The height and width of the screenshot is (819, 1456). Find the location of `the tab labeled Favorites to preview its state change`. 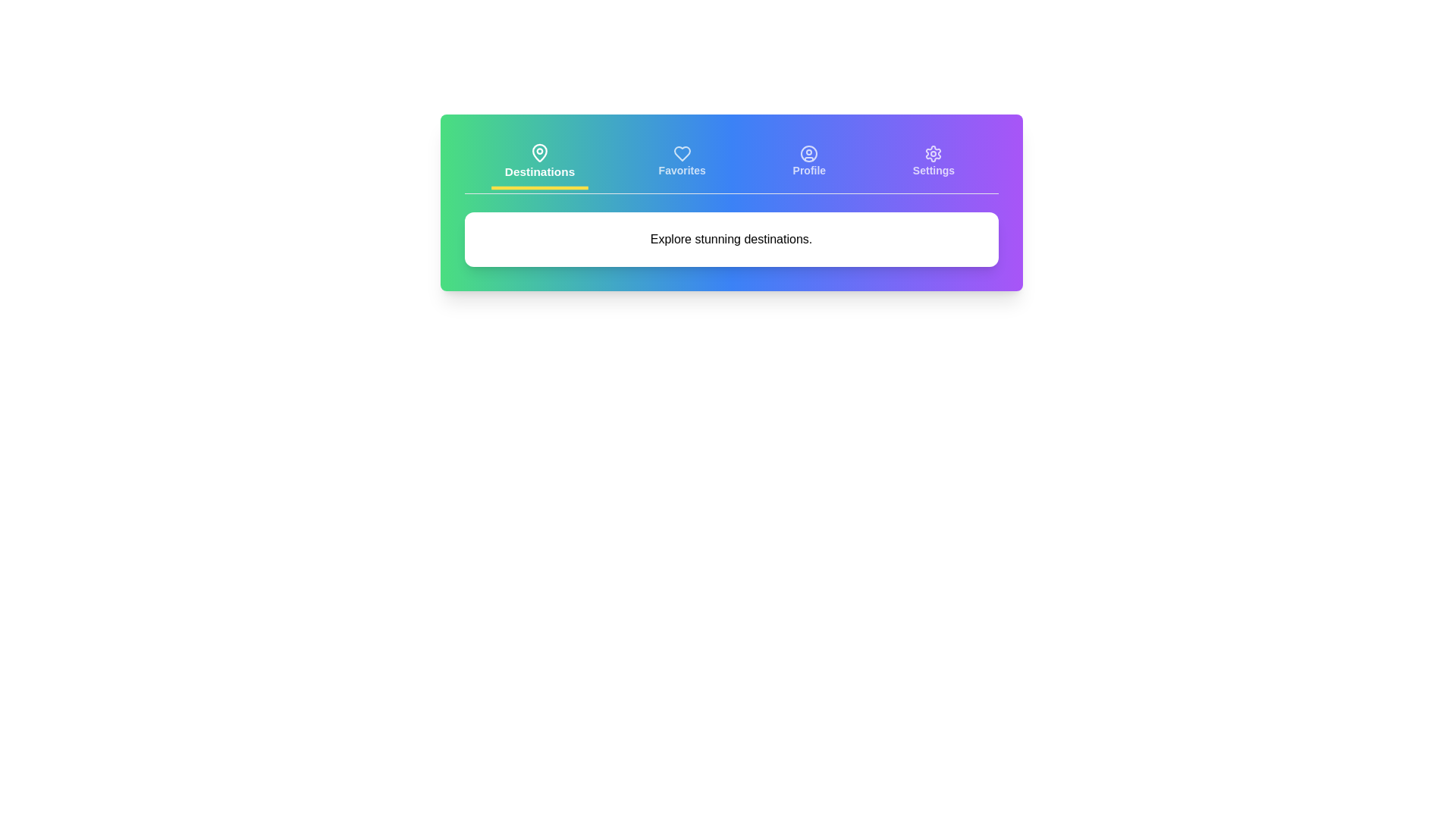

the tab labeled Favorites to preview its state change is located at coordinates (681, 163).